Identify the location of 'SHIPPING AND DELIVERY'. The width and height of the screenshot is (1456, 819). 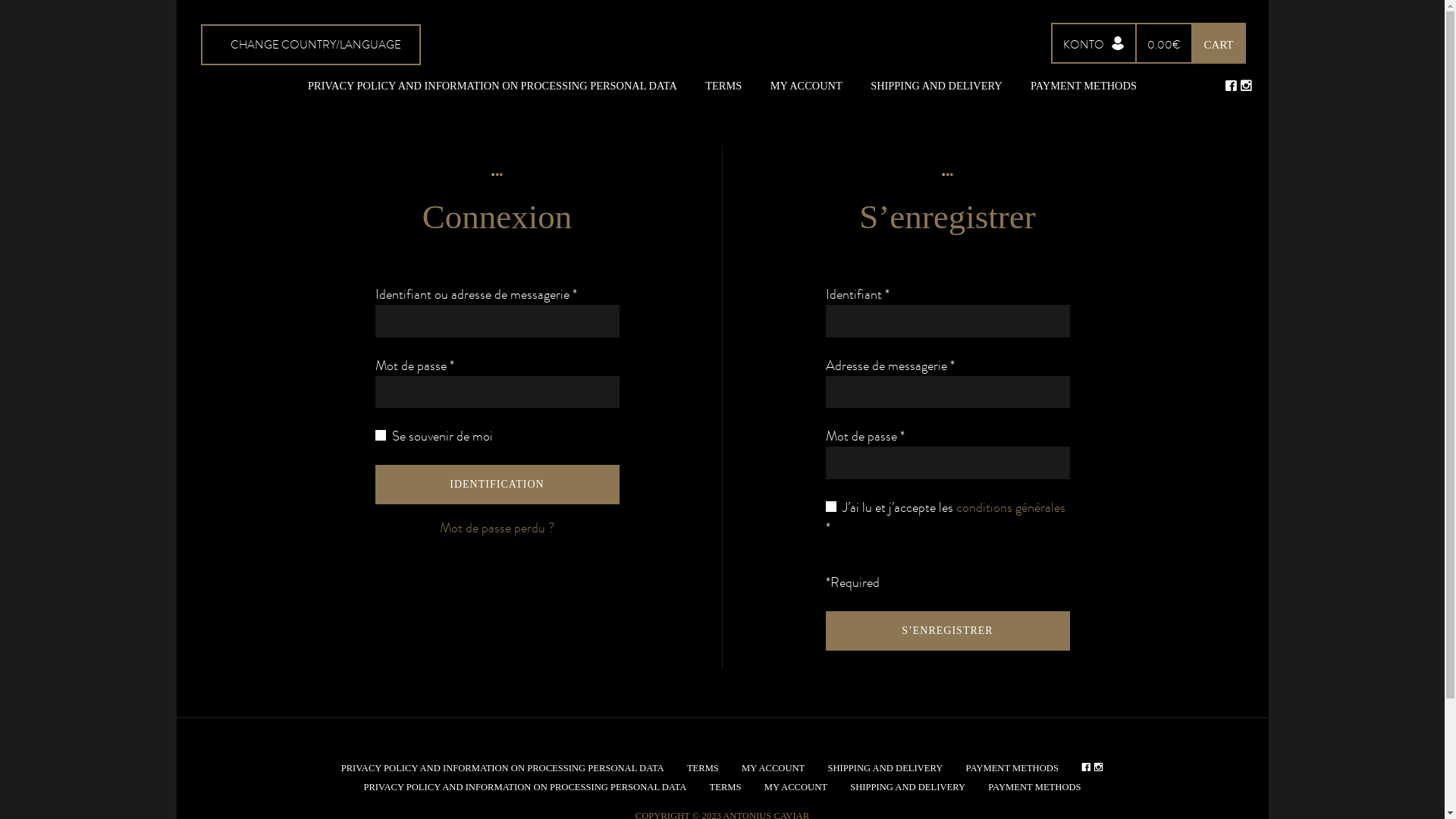
(935, 85).